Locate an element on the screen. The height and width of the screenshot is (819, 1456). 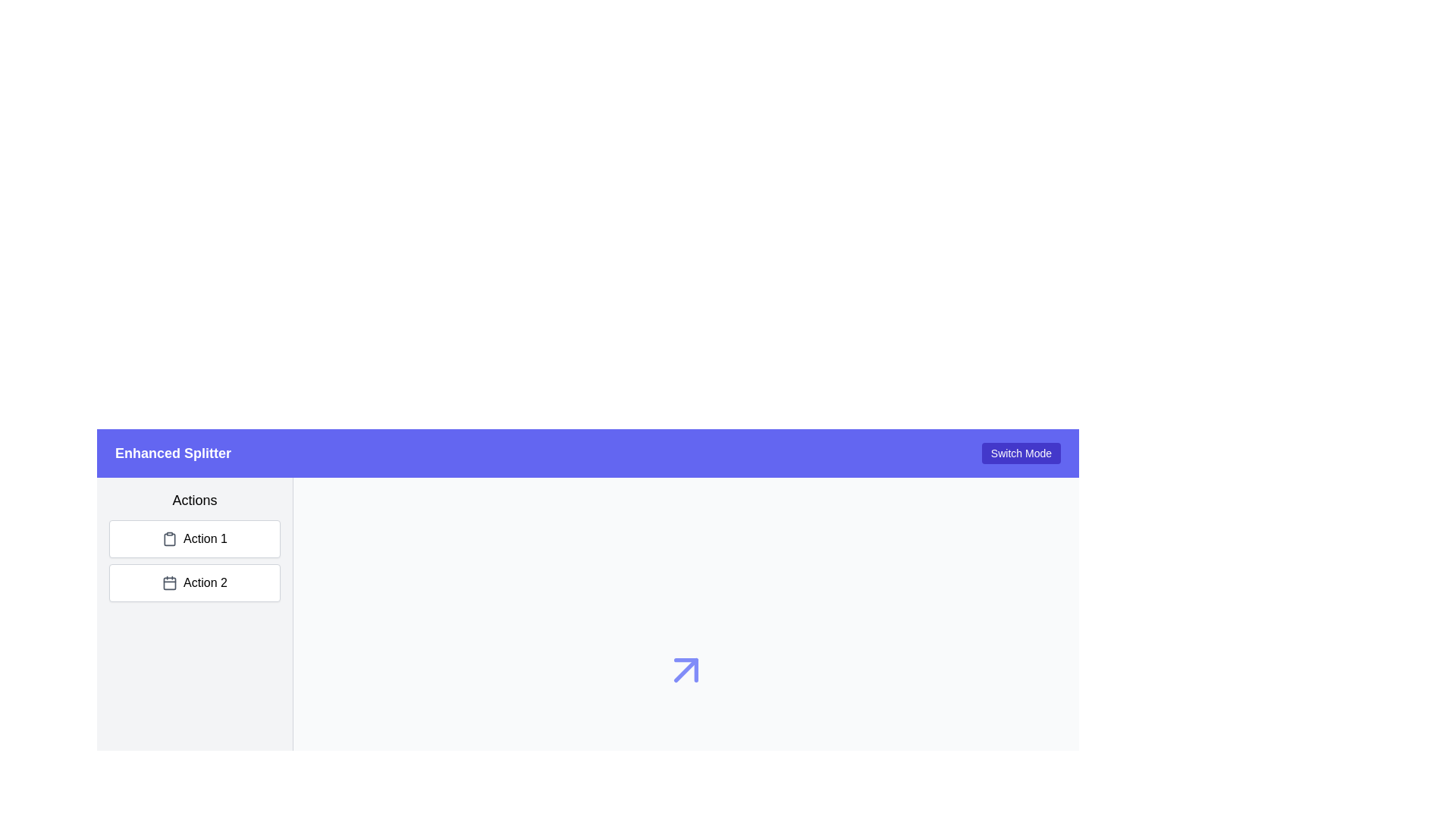
the text label 'Enhanced Splitter' which is styled with a bold font on a blue background, located in the upper-left corner of the header bar is located at coordinates (173, 452).